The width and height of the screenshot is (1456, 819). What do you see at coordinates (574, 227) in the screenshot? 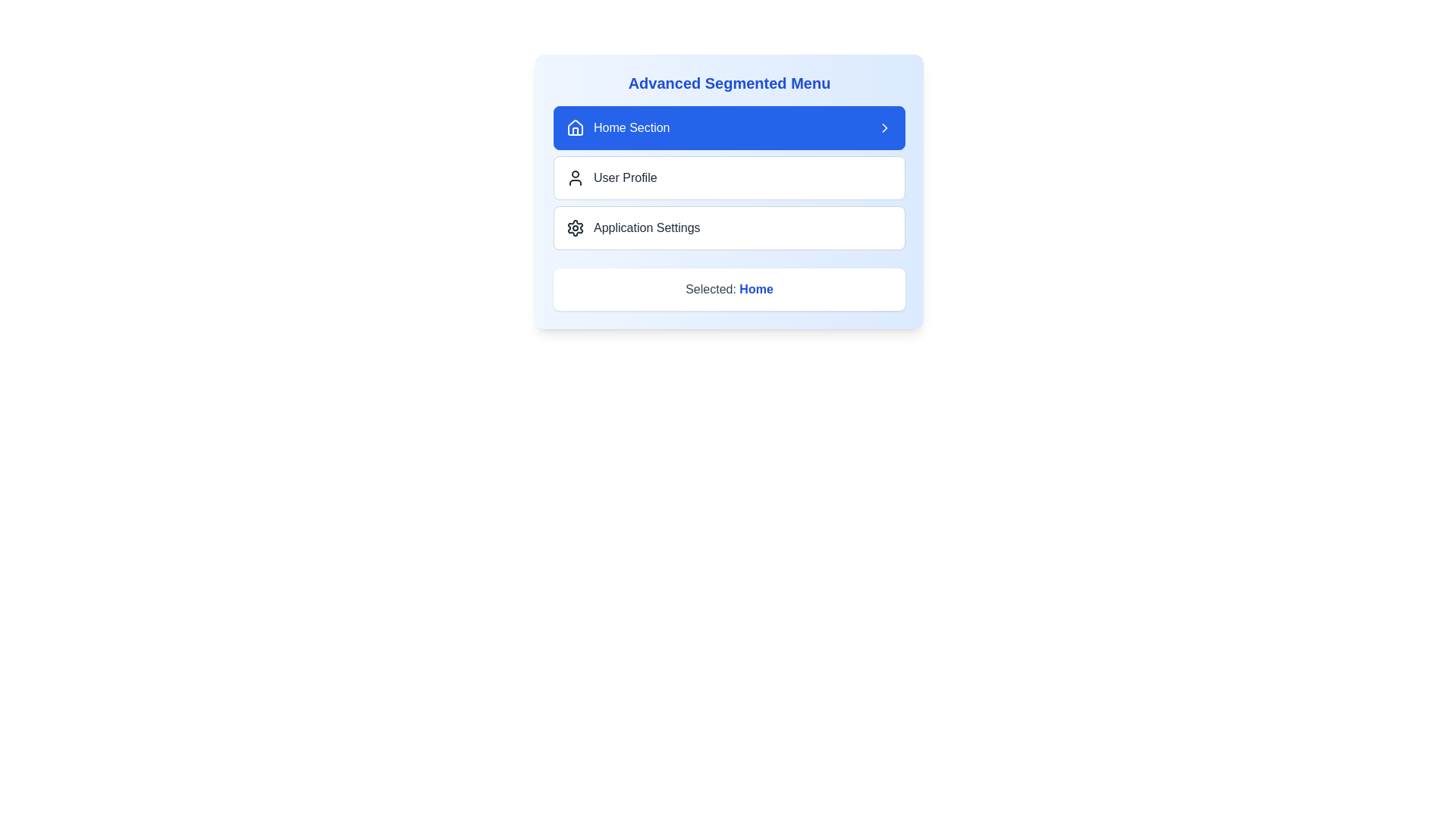
I see `the gear-shaped settings icon located next to the 'Application Settings' label in the segmented menu` at bounding box center [574, 227].